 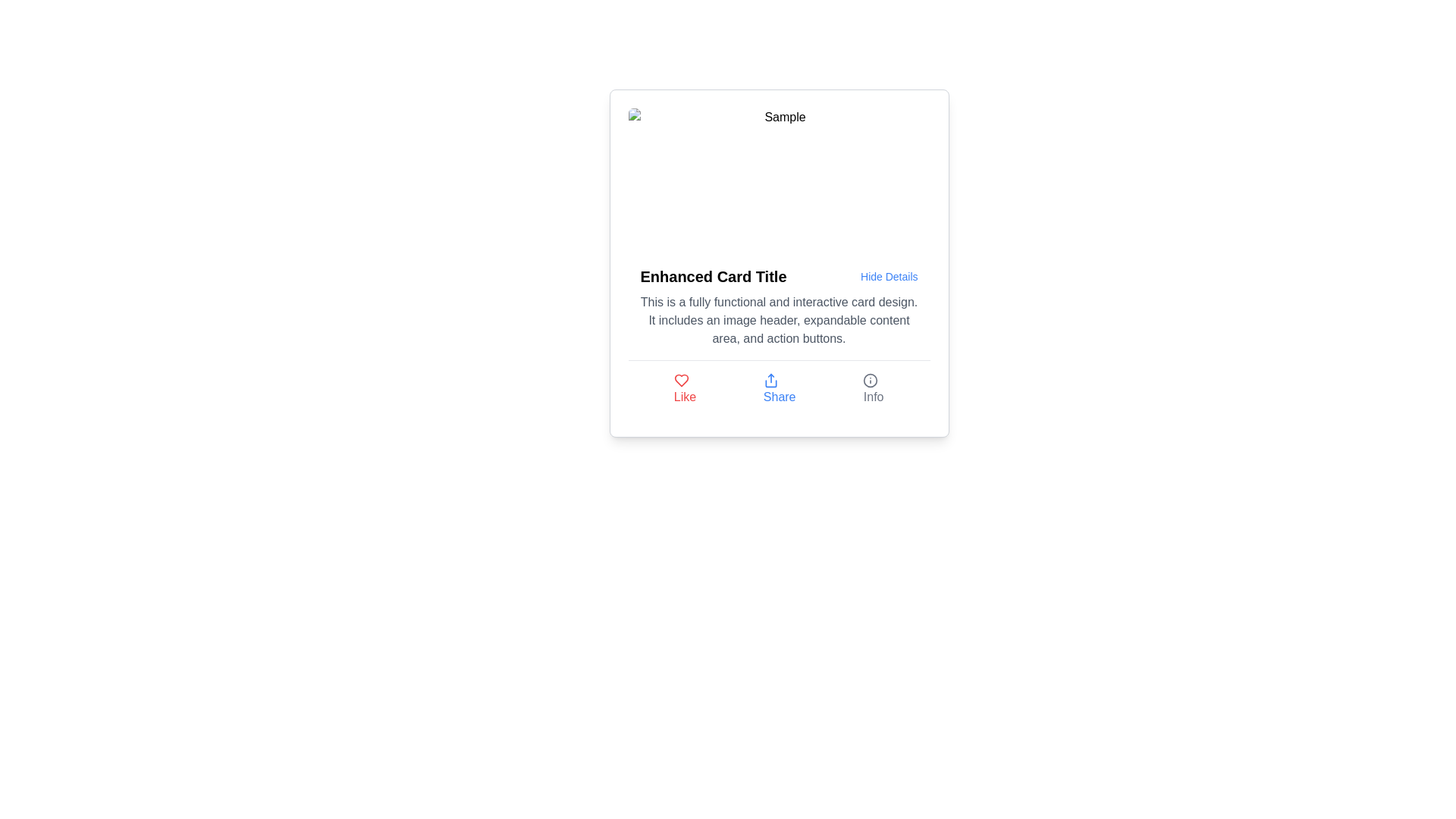 I want to click on the 'Like' button located at the bottom left of the card, so click(x=684, y=388).